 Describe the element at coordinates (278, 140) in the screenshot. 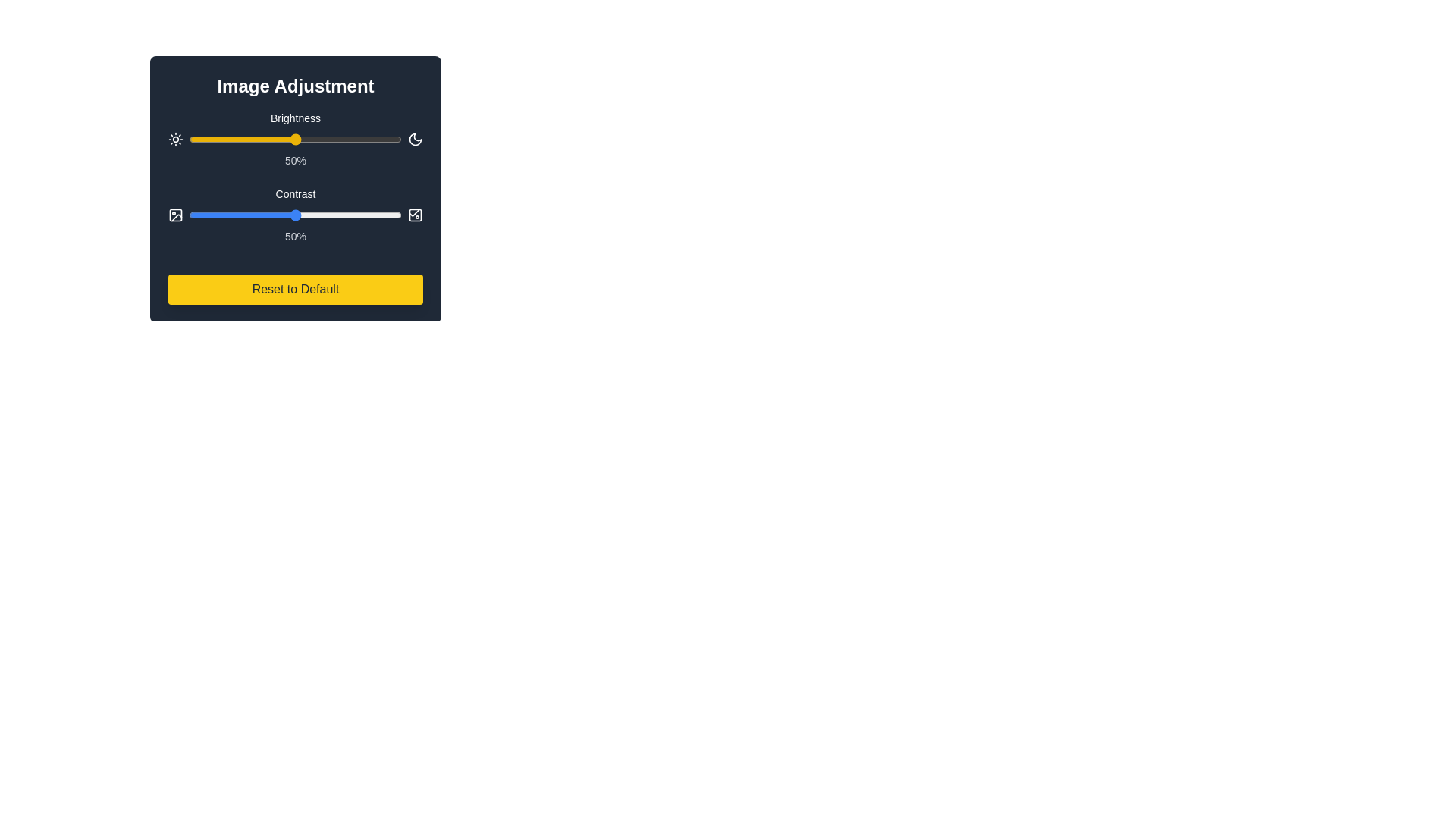

I see `brightness` at that location.